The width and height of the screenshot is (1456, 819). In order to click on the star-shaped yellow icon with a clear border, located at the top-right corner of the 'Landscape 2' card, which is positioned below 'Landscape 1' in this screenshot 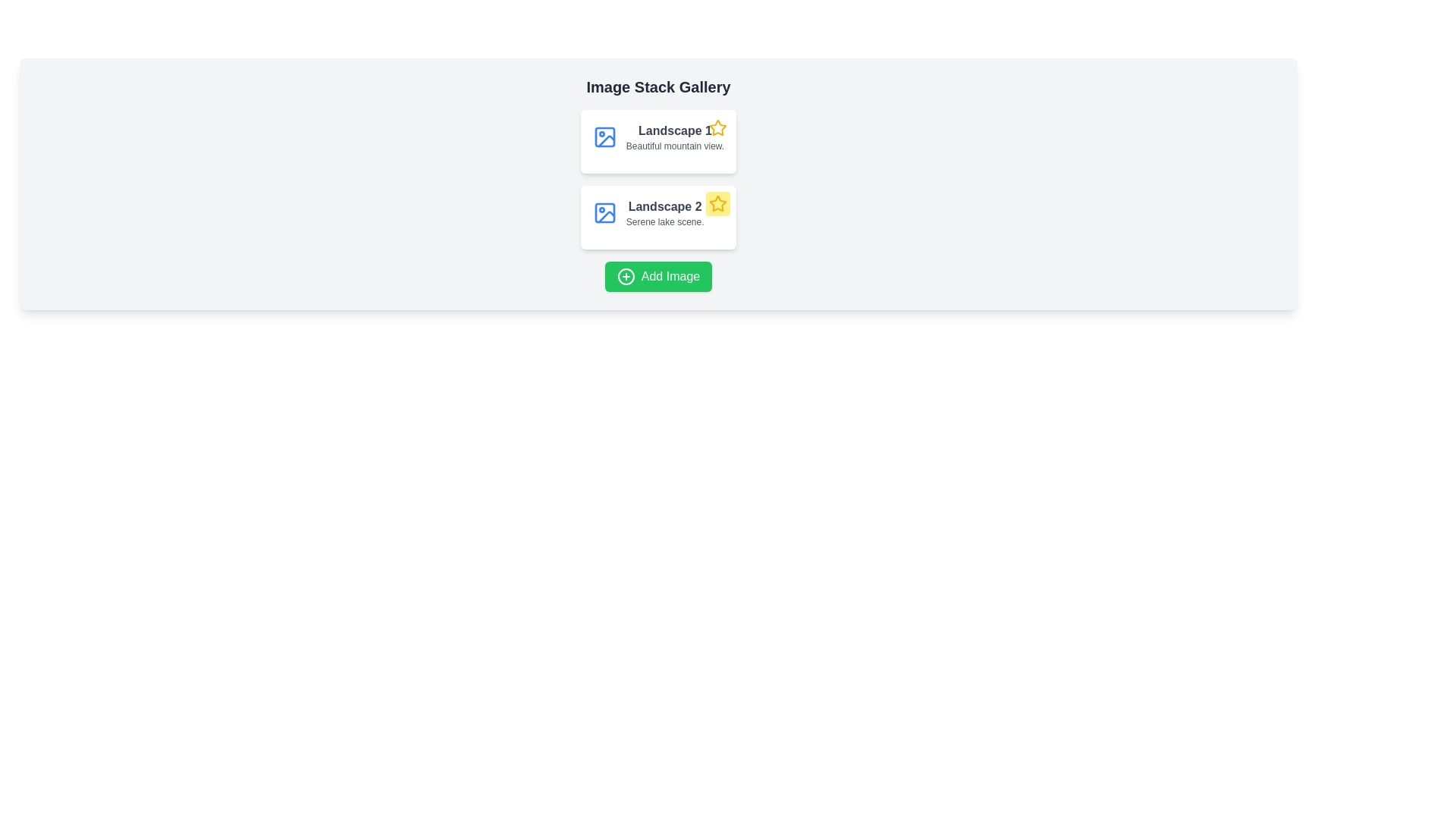, I will do `click(717, 203)`.